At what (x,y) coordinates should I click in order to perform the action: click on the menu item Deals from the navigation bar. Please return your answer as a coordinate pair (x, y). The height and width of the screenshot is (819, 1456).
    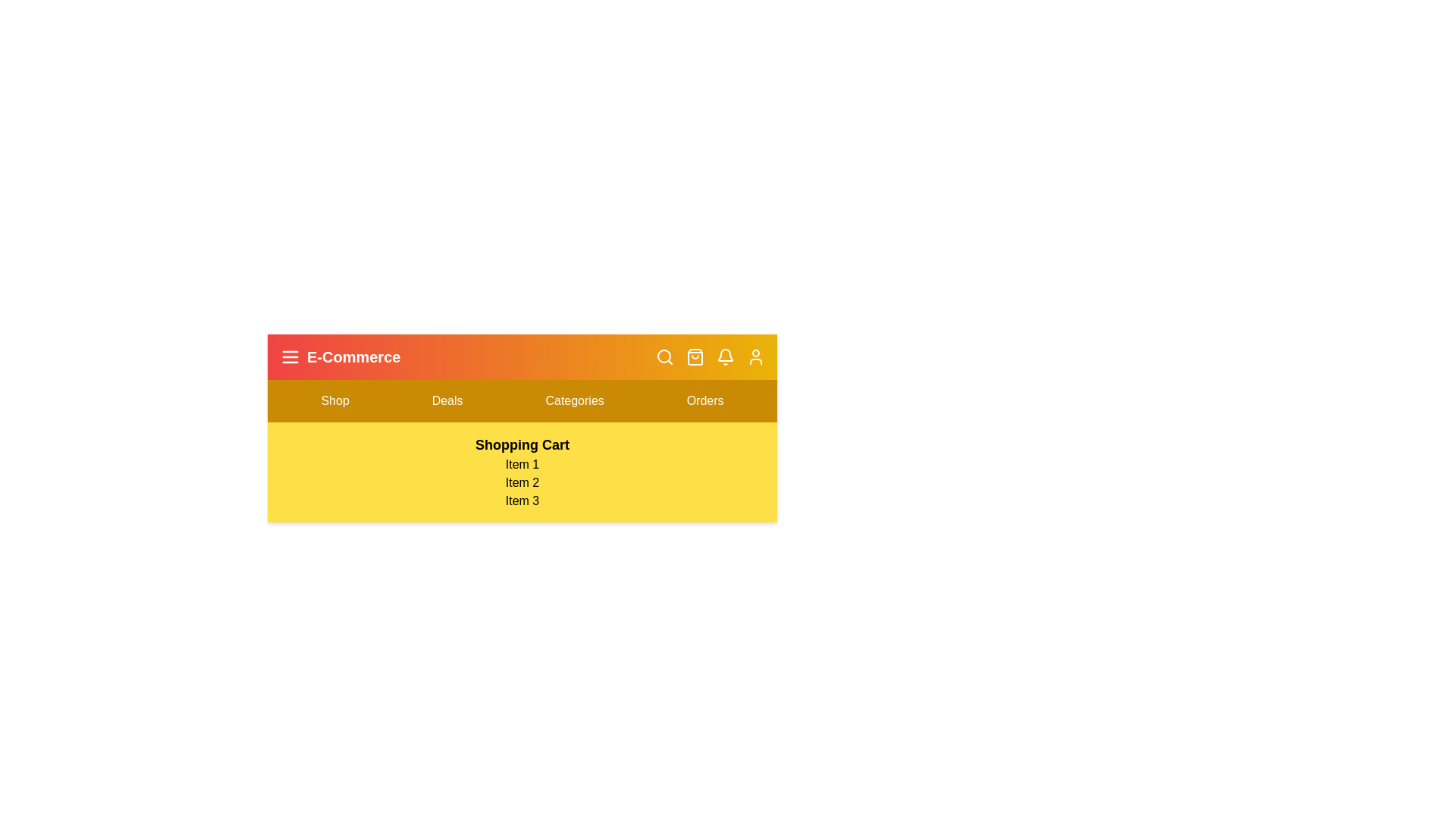
    Looking at the image, I should click on (447, 400).